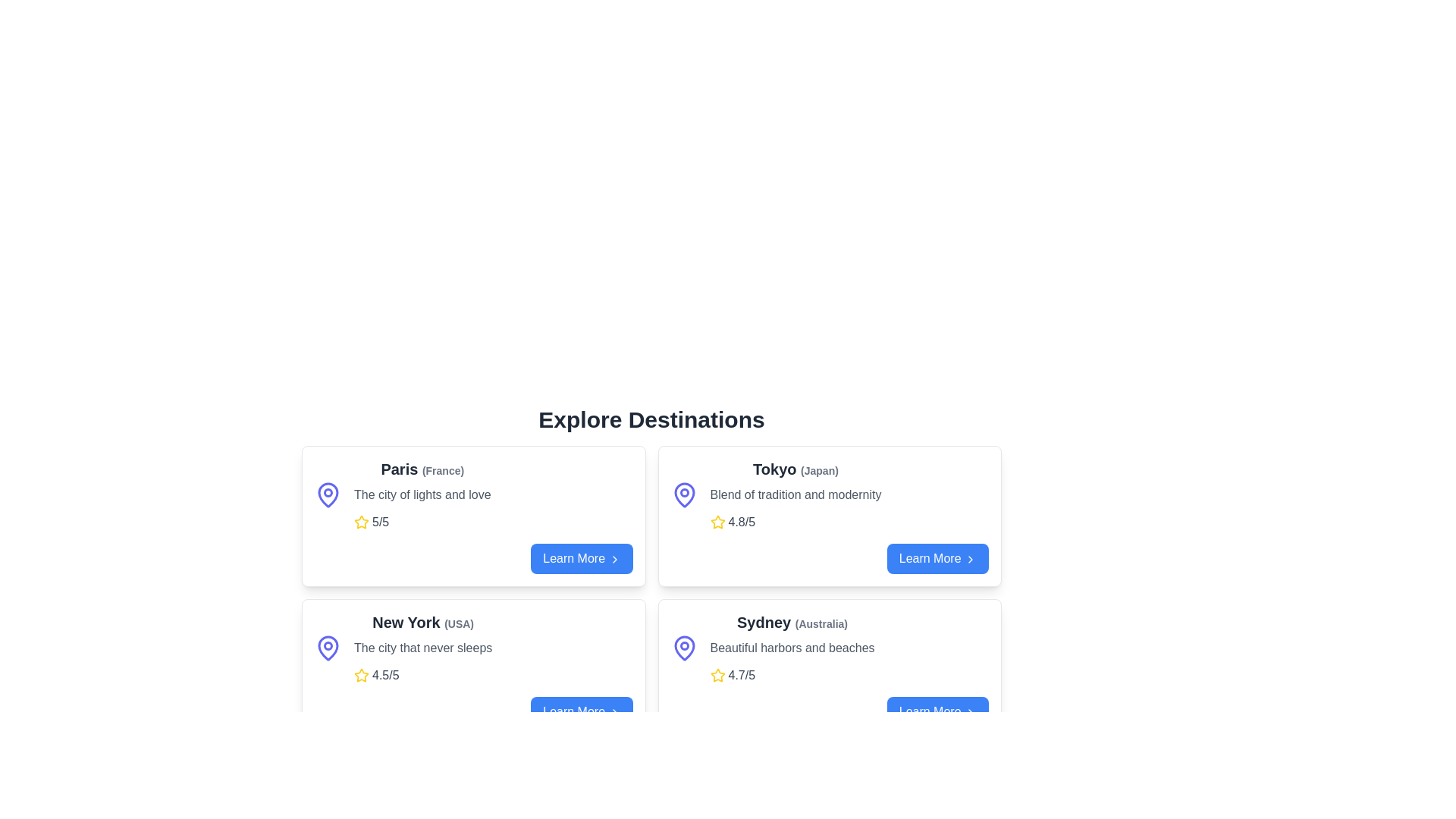  I want to click on the rating text label for the 'New York' destination, which is located below the subtitle 'The city that never sleeps' and grouped with a star icon, so click(385, 675).